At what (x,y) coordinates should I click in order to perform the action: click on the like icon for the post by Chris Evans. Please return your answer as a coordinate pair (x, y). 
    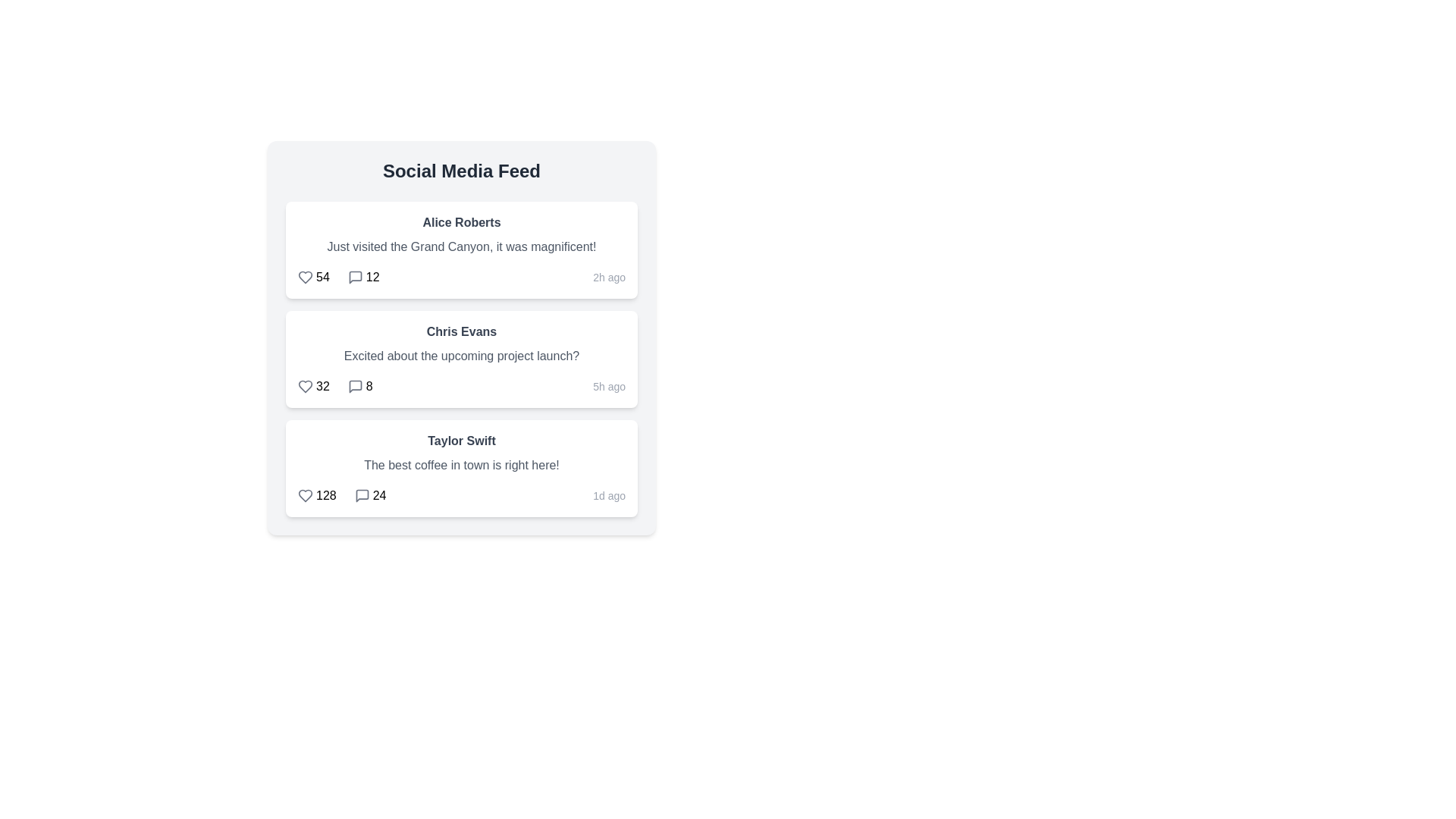
    Looking at the image, I should click on (305, 385).